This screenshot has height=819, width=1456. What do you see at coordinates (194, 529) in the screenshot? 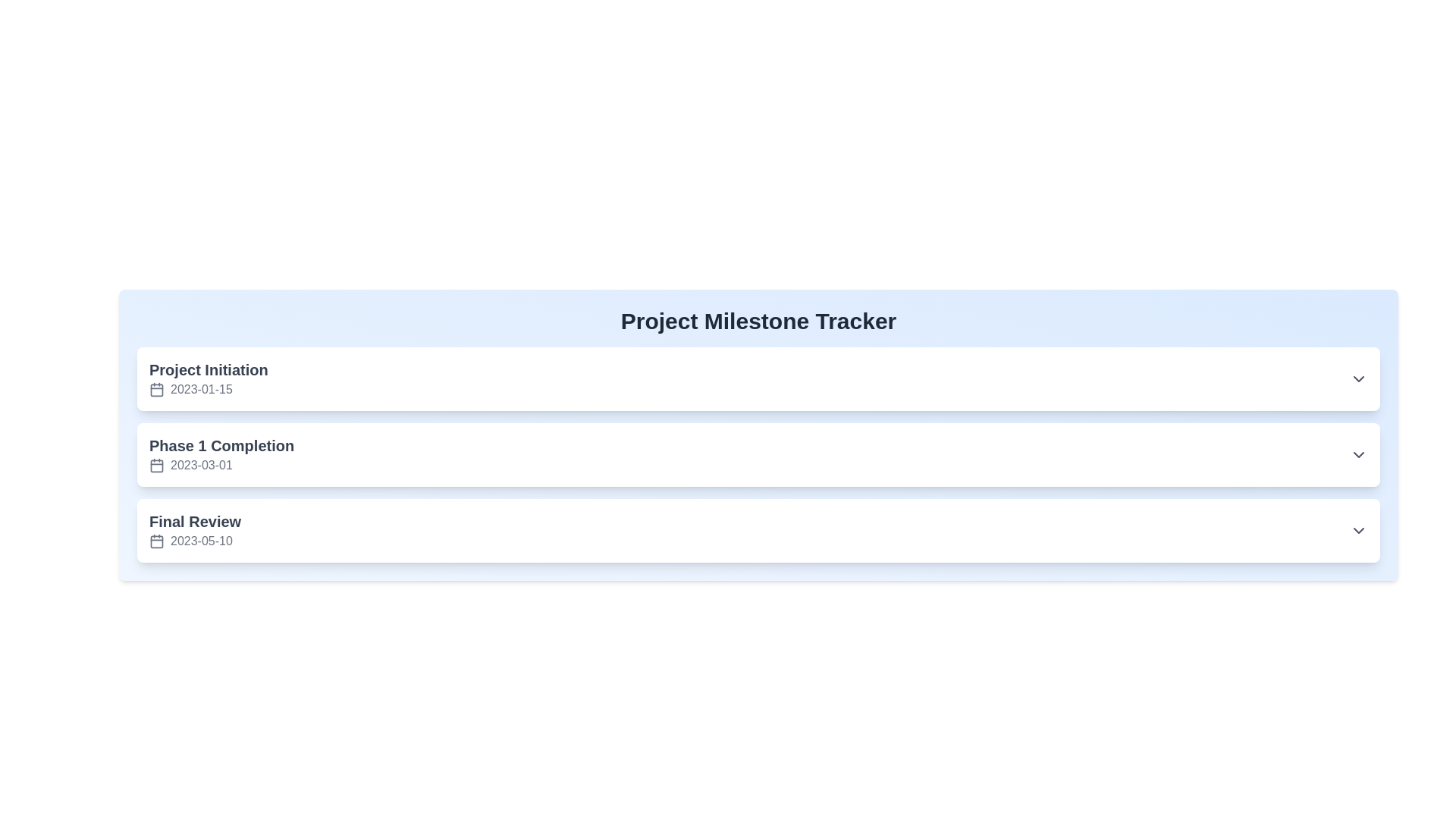
I see `the 'Final Review' text element with a calendar icon, which is the third item in the milestone list under 'Project Milestone Tracker'` at bounding box center [194, 529].